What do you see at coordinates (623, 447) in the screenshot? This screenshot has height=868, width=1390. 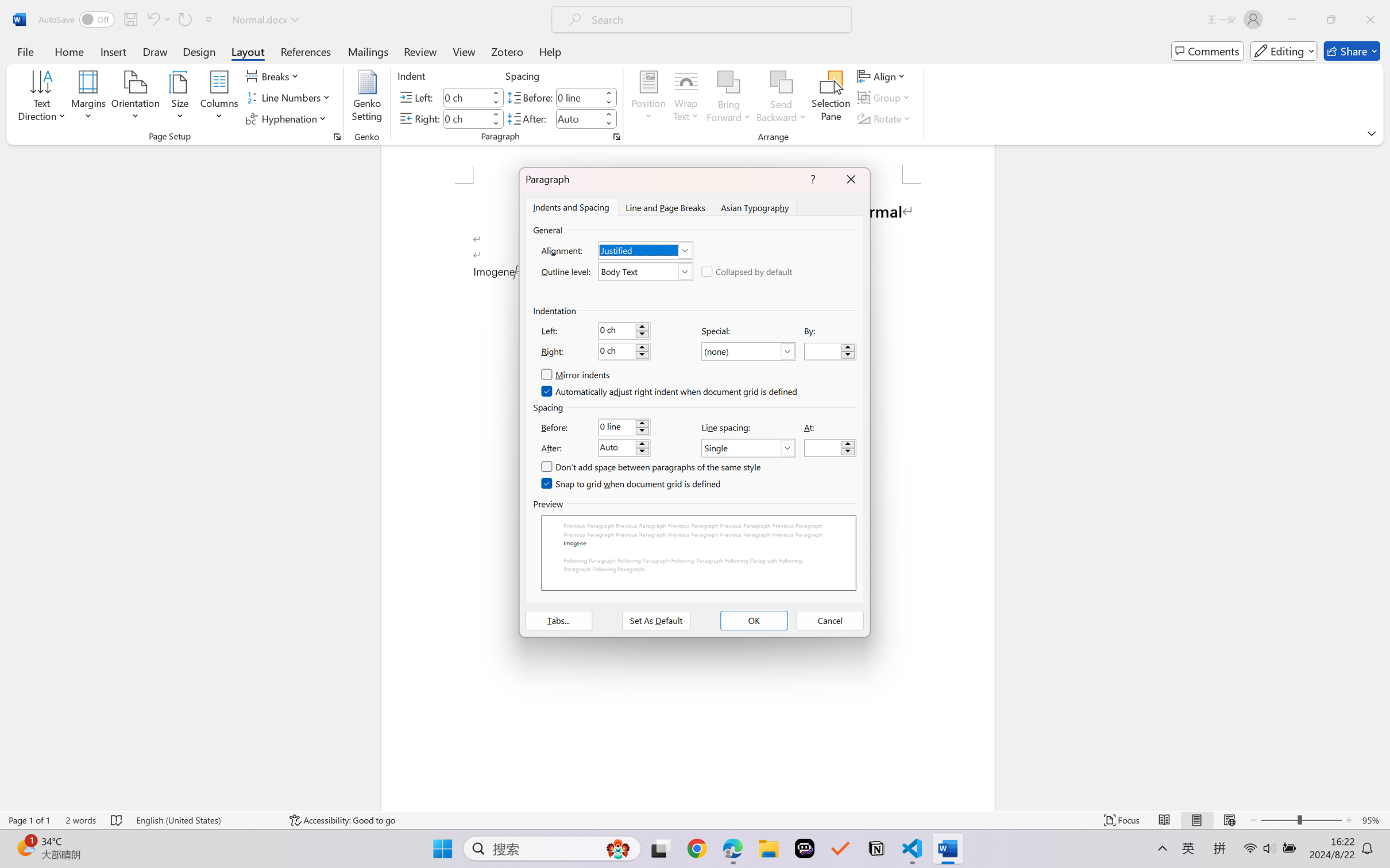 I see `'After:'` at bounding box center [623, 447].